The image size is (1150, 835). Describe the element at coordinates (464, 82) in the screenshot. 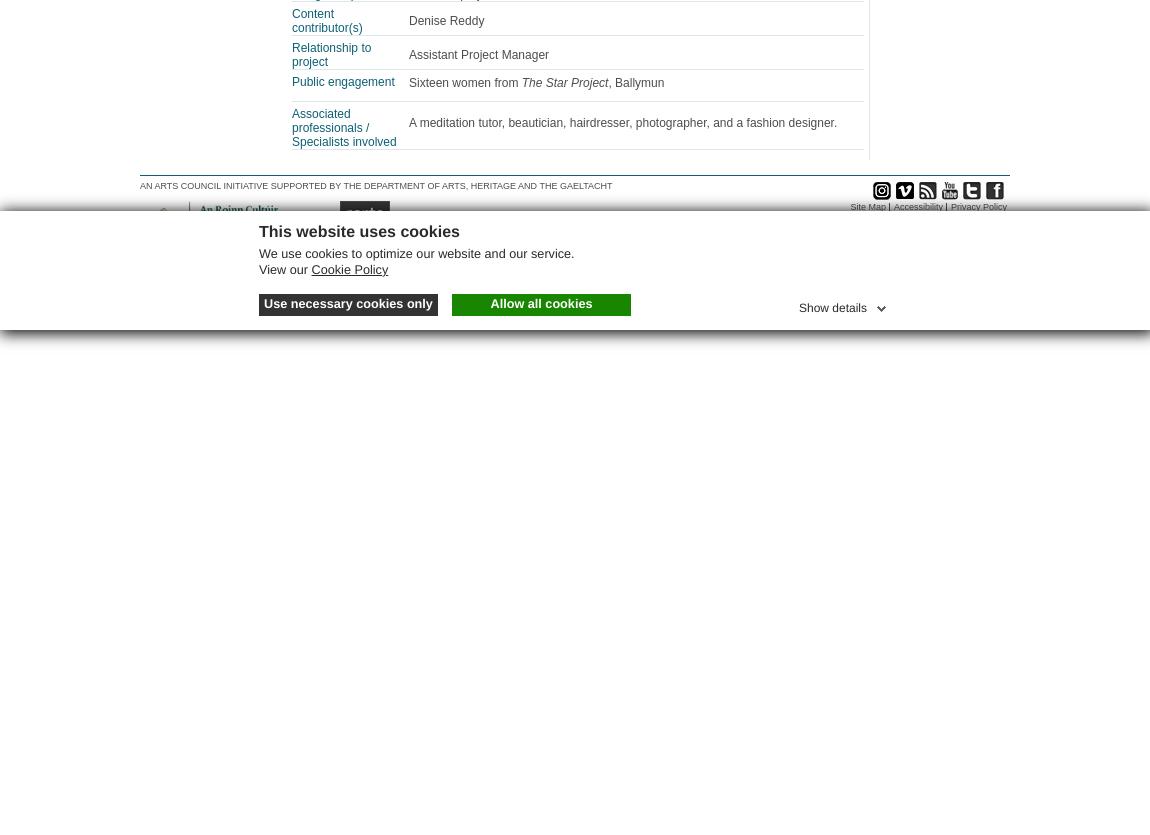

I see `'Sixteen women from'` at that location.